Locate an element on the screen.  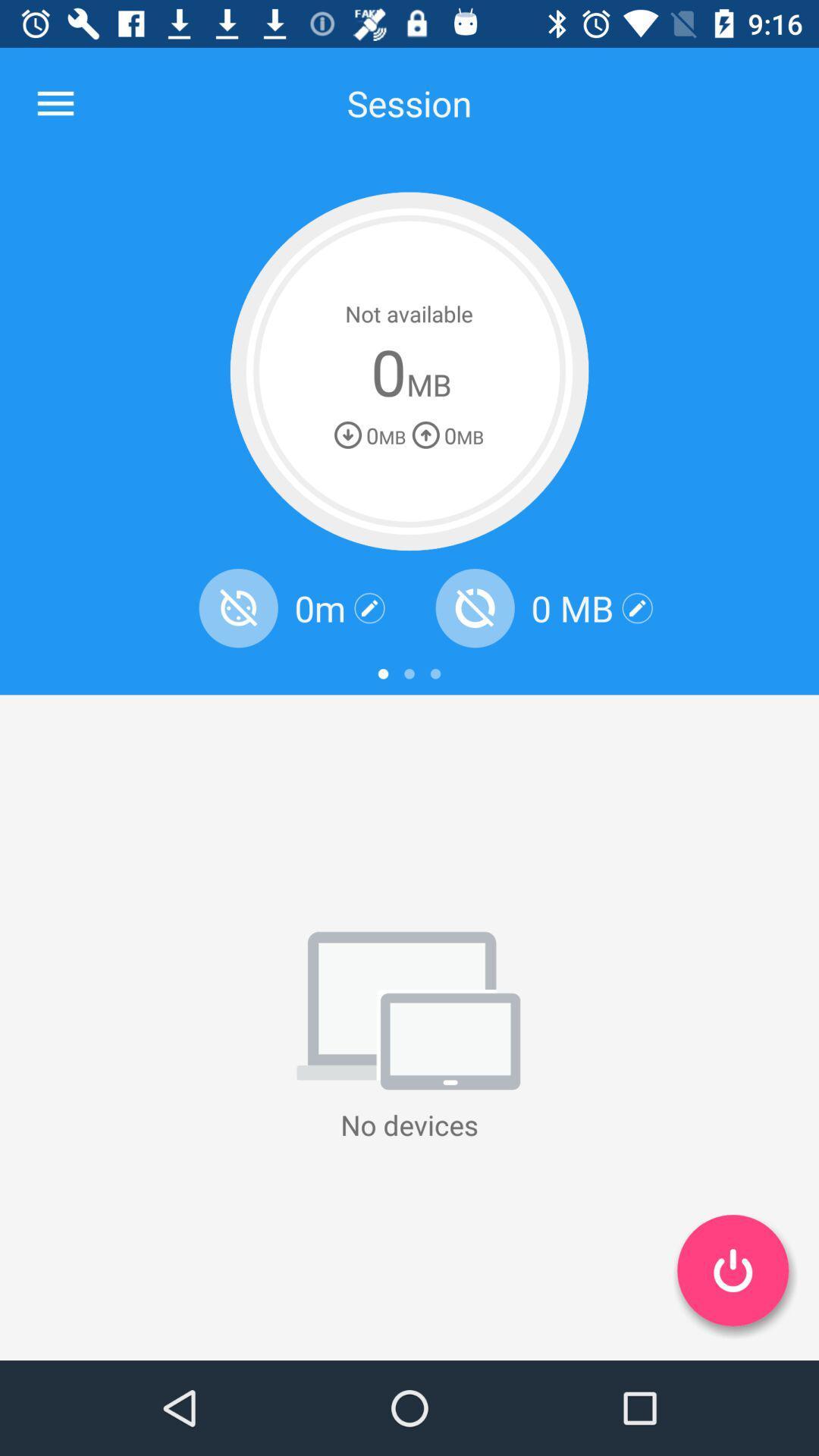
shut down option is located at coordinates (732, 1270).